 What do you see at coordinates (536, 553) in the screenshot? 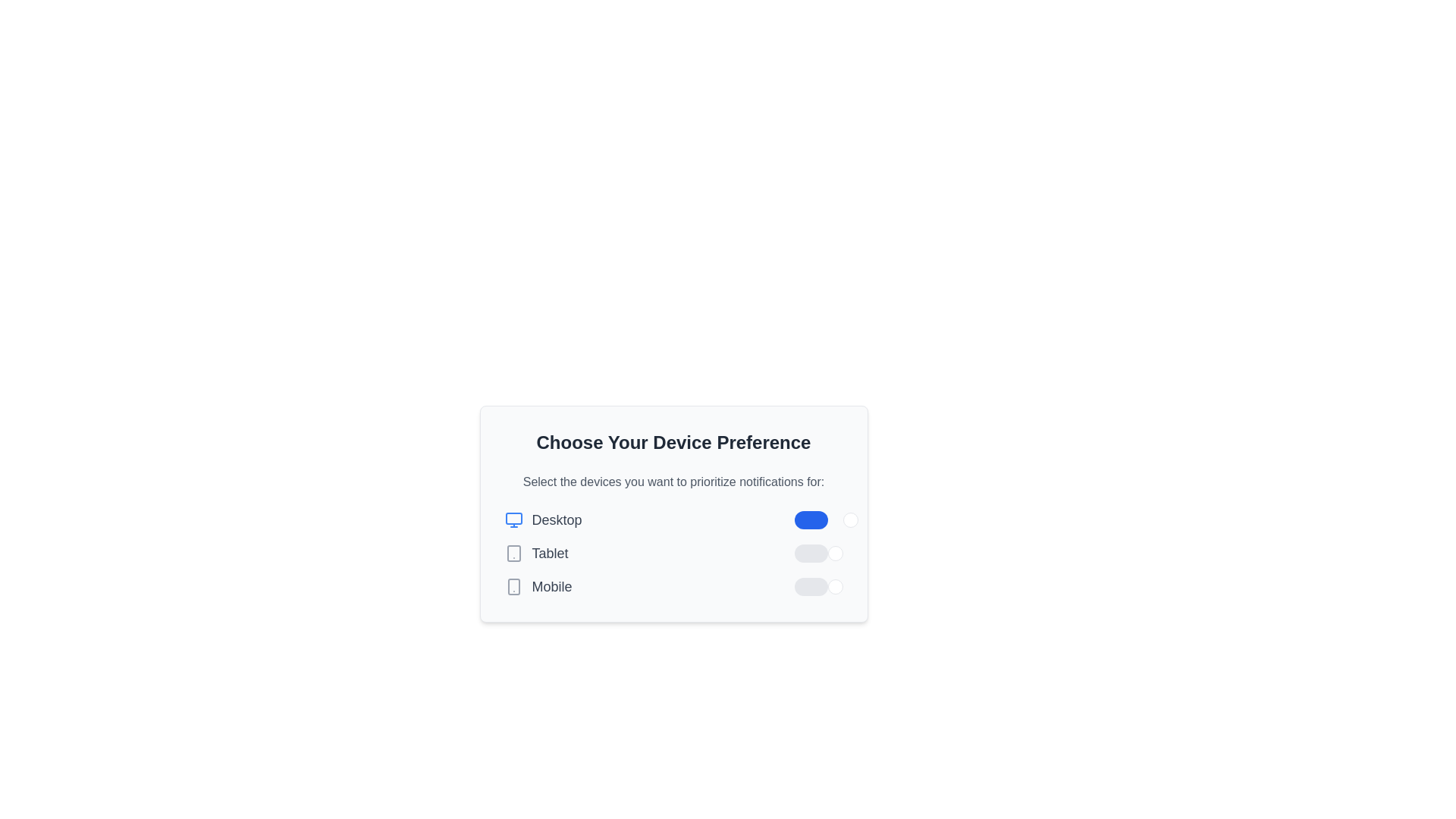
I see `the 'Tablet' text label which is styled in gray and positioned to the right of a tablet icon in the device preference options list` at bounding box center [536, 553].